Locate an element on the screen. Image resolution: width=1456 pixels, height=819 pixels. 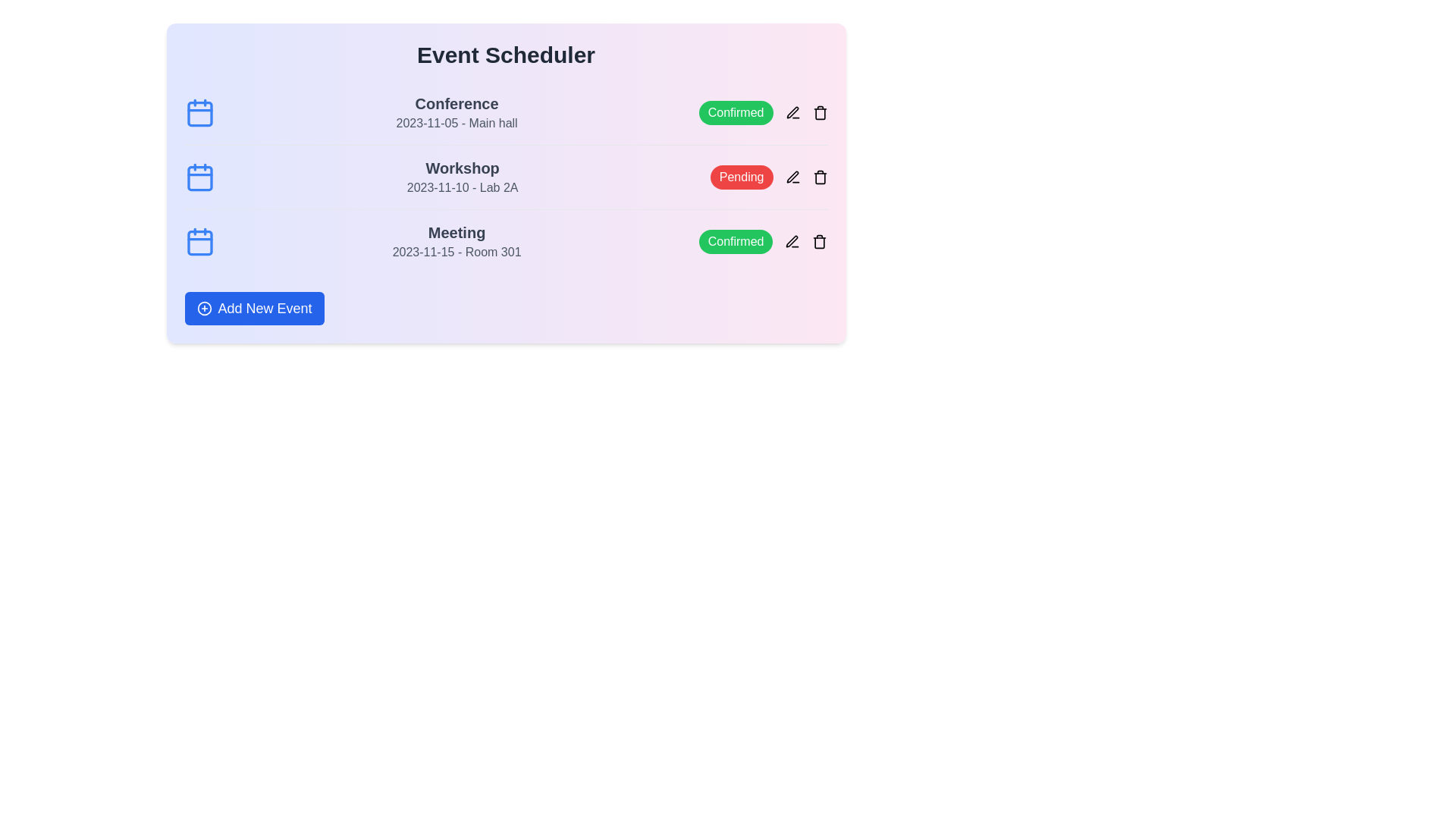
the black pen icon next to the rounded red 'Pending' button to initiate editing is located at coordinates (792, 177).